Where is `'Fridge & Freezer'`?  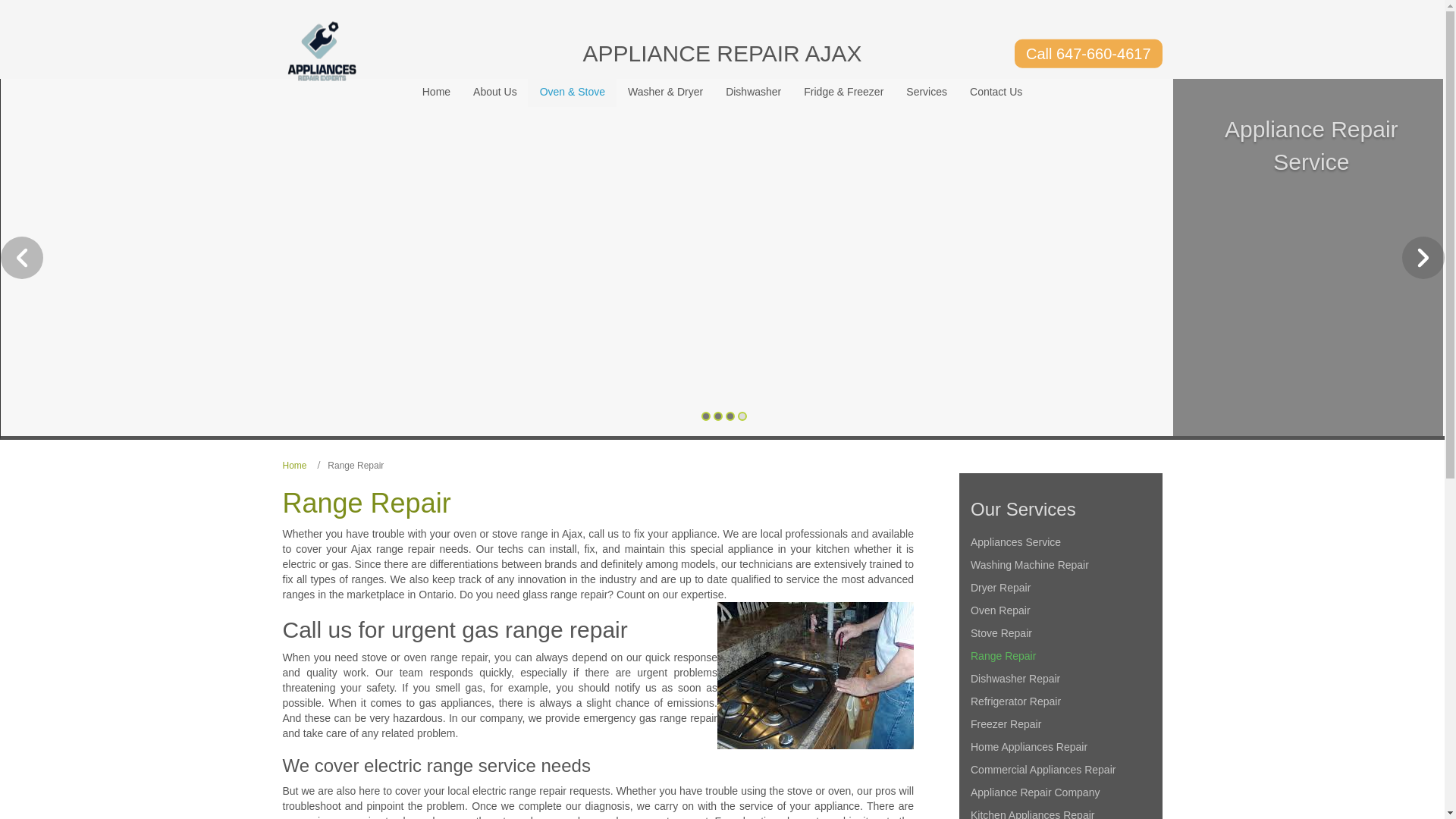
'Fridge & Freezer' is located at coordinates (843, 91).